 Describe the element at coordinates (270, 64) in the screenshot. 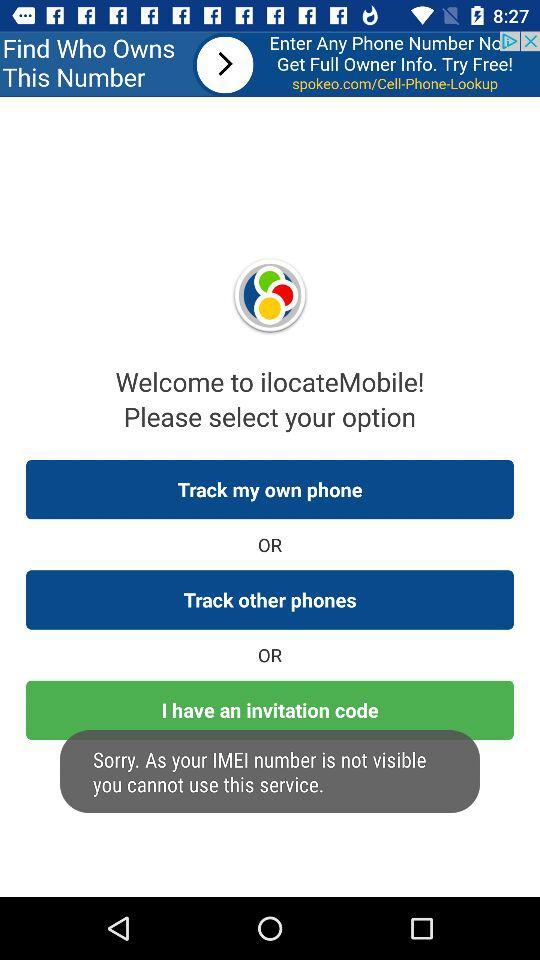

I see `advertisement` at that location.